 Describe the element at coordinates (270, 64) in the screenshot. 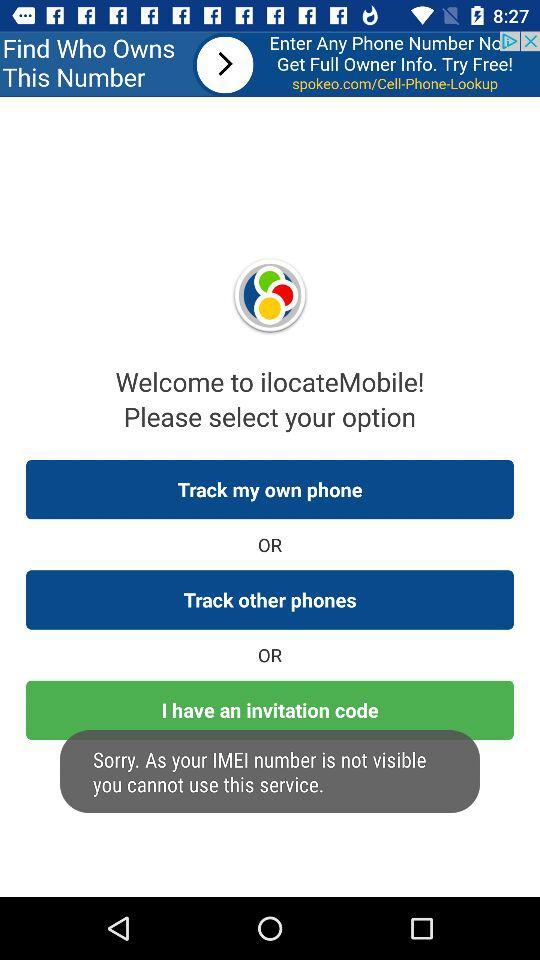

I see `advertisement` at that location.